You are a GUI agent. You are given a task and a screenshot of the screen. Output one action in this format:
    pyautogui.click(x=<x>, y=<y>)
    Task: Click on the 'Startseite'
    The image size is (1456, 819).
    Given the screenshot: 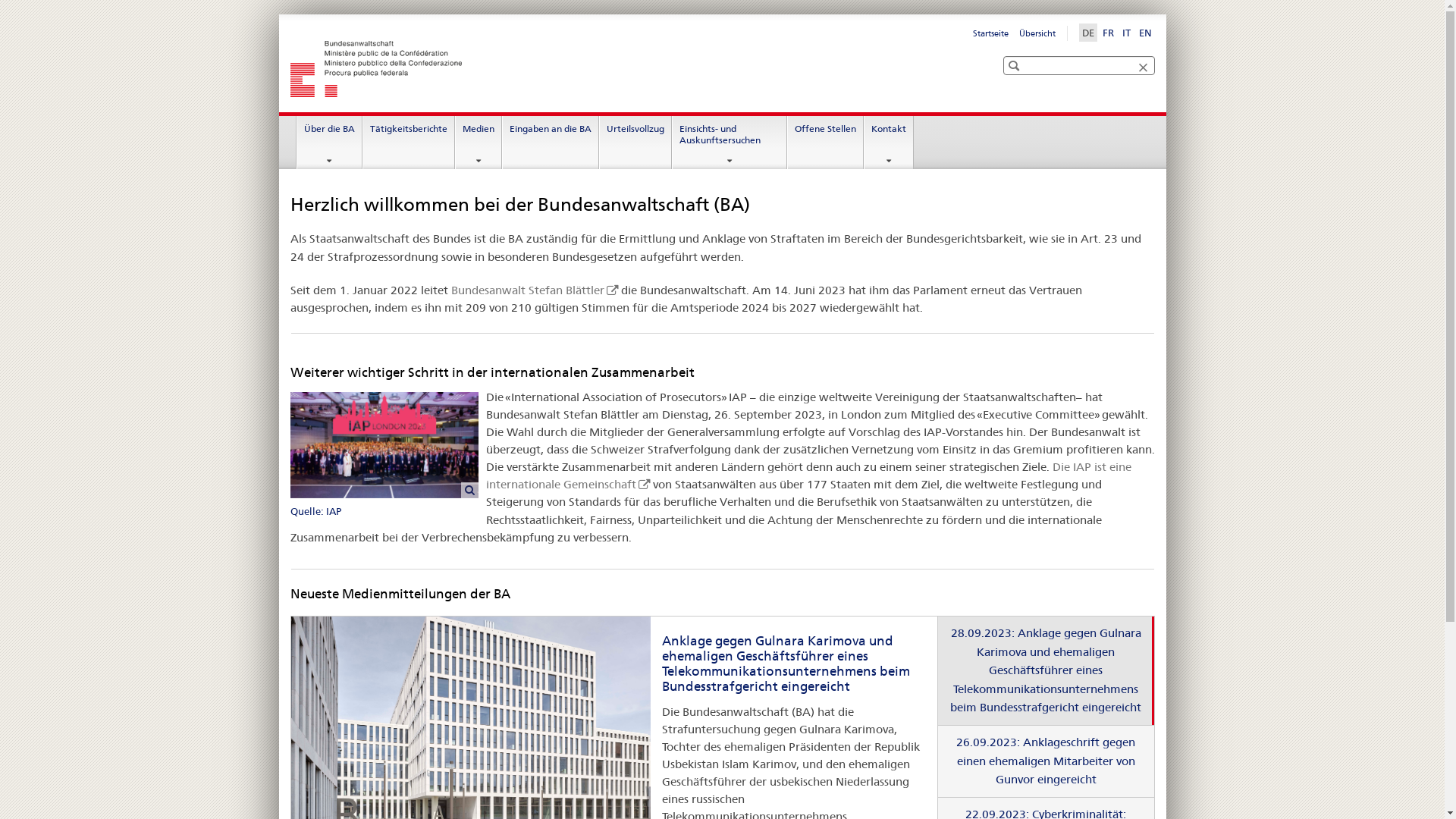 What is the action you would take?
    pyautogui.click(x=972, y=33)
    